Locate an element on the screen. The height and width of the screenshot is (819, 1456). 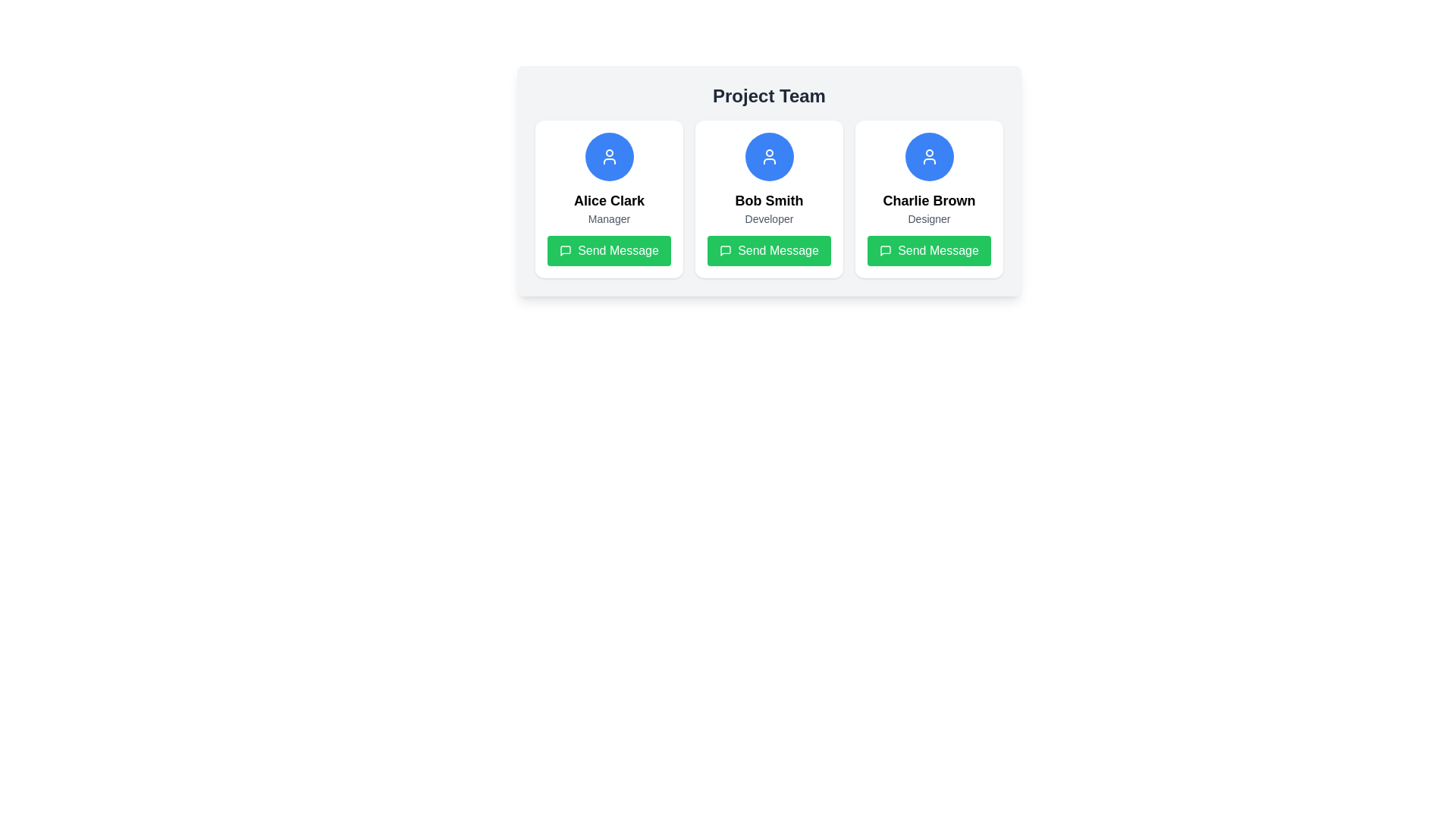
the user profile icon representing 'Charlie Brown' located in the rightmost panel under 'Project Team', which has a blue background and thin black outlines is located at coordinates (928, 157).